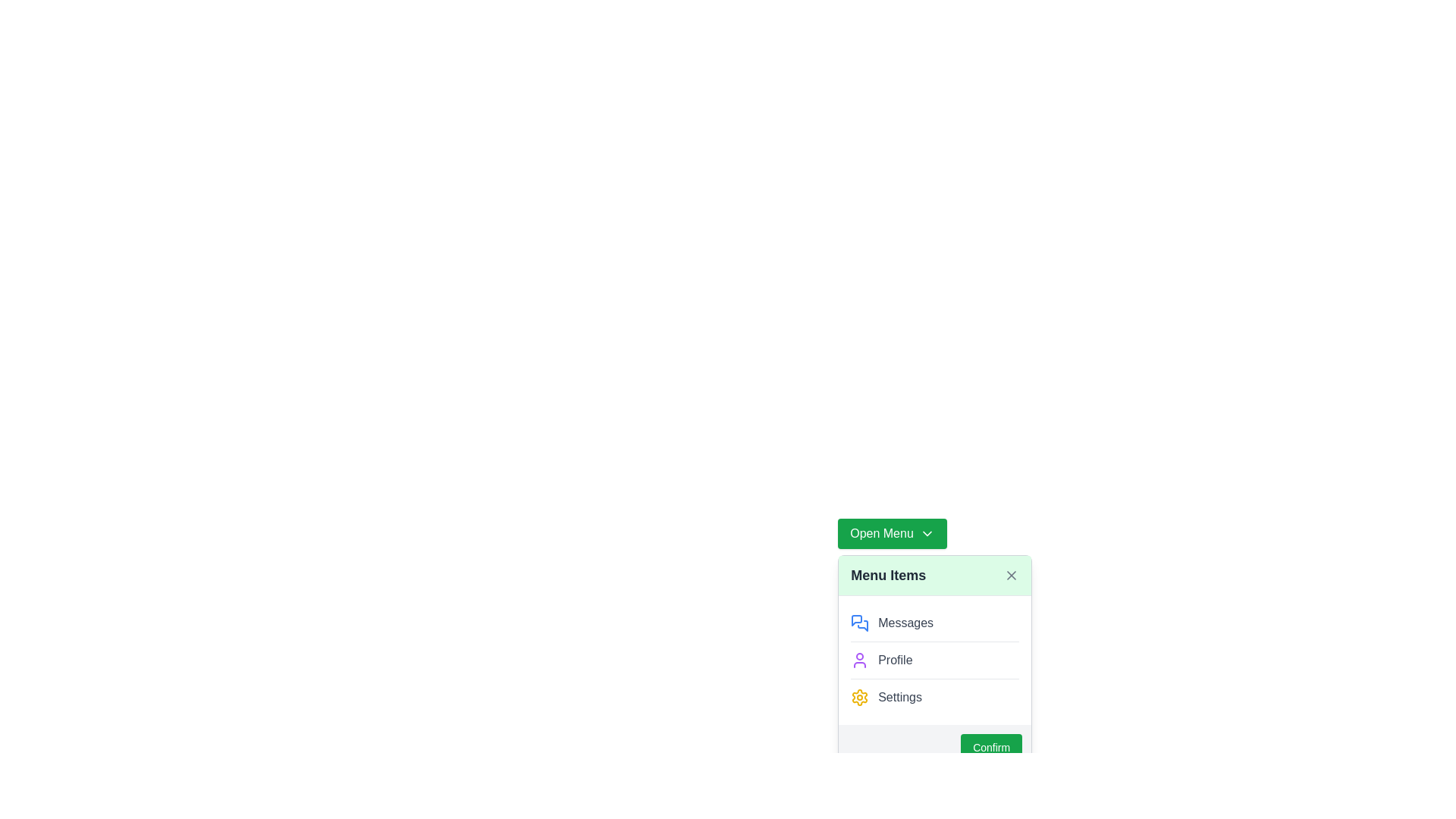 The image size is (1456, 819). What do you see at coordinates (991, 747) in the screenshot?
I see `the confirmation button located at the bottom-right corner of the 'Menu Items' dropdown menu` at bounding box center [991, 747].